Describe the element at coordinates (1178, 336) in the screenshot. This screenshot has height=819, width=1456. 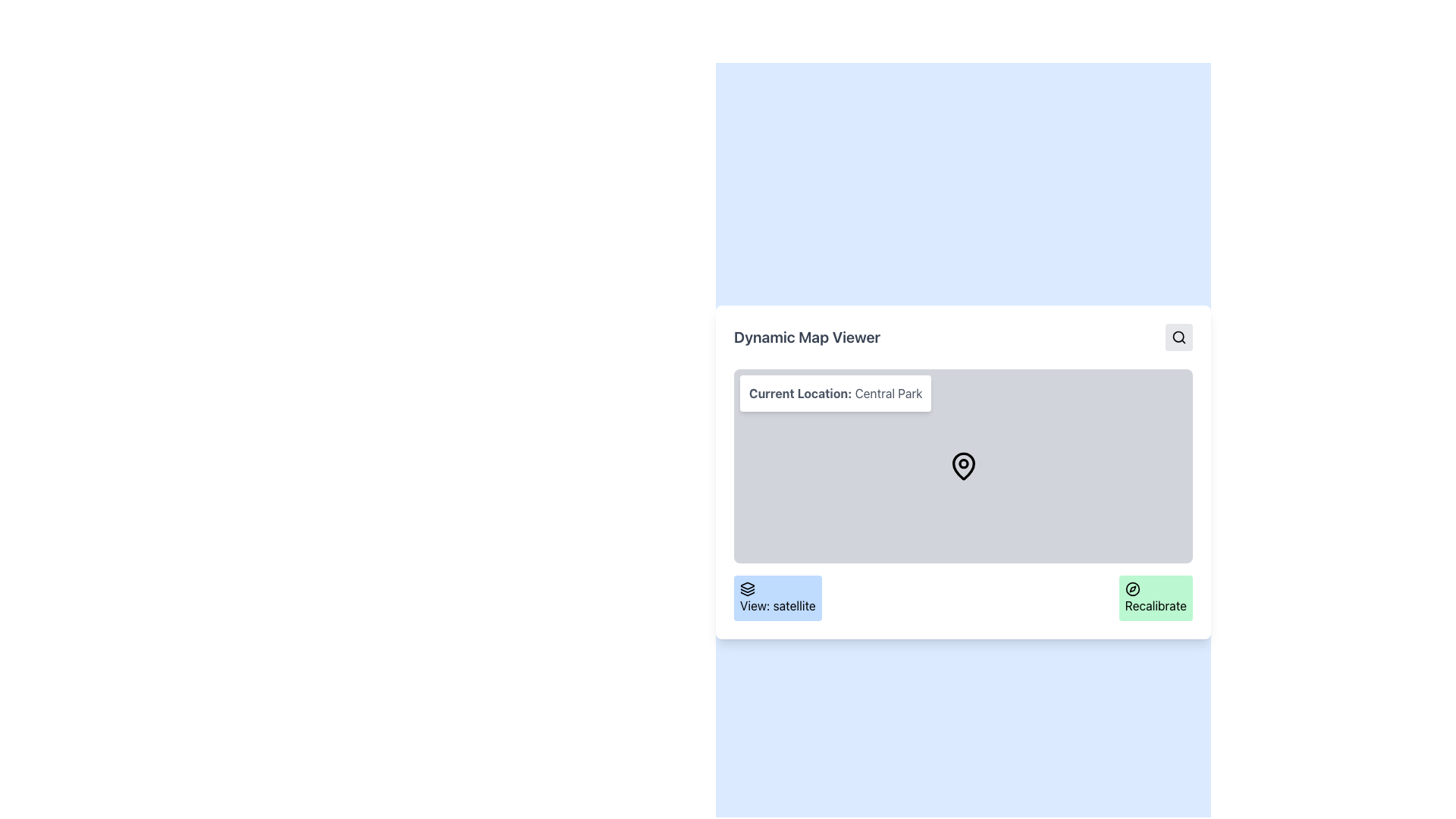
I see `the search icon button, which is a circular magnifying glass icon located within a light gray rectangular button at the top-right corner of the interface, to observe the hover effect` at that location.